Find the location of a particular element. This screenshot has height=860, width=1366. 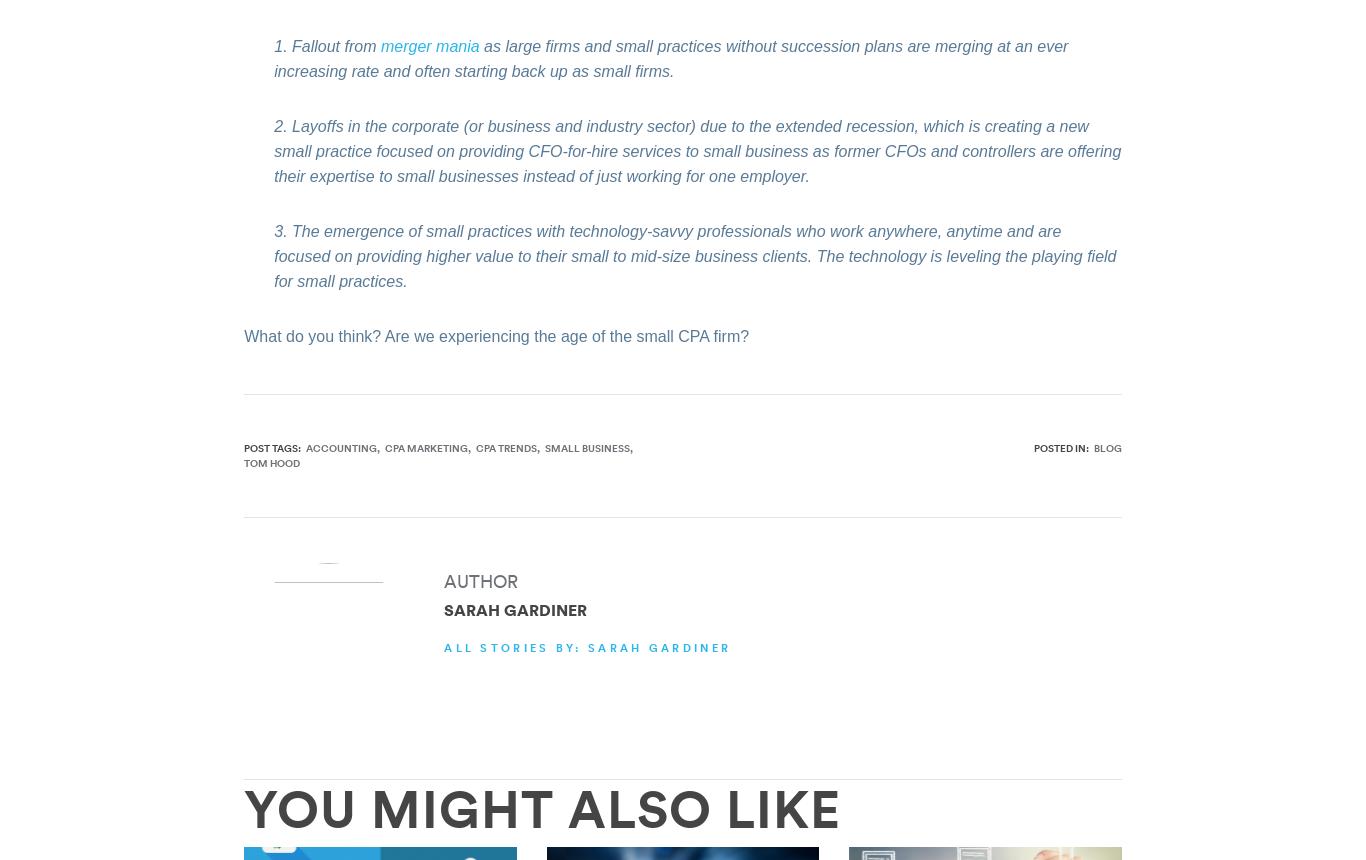

'Sarah Gardiner' is located at coordinates (515, 608).